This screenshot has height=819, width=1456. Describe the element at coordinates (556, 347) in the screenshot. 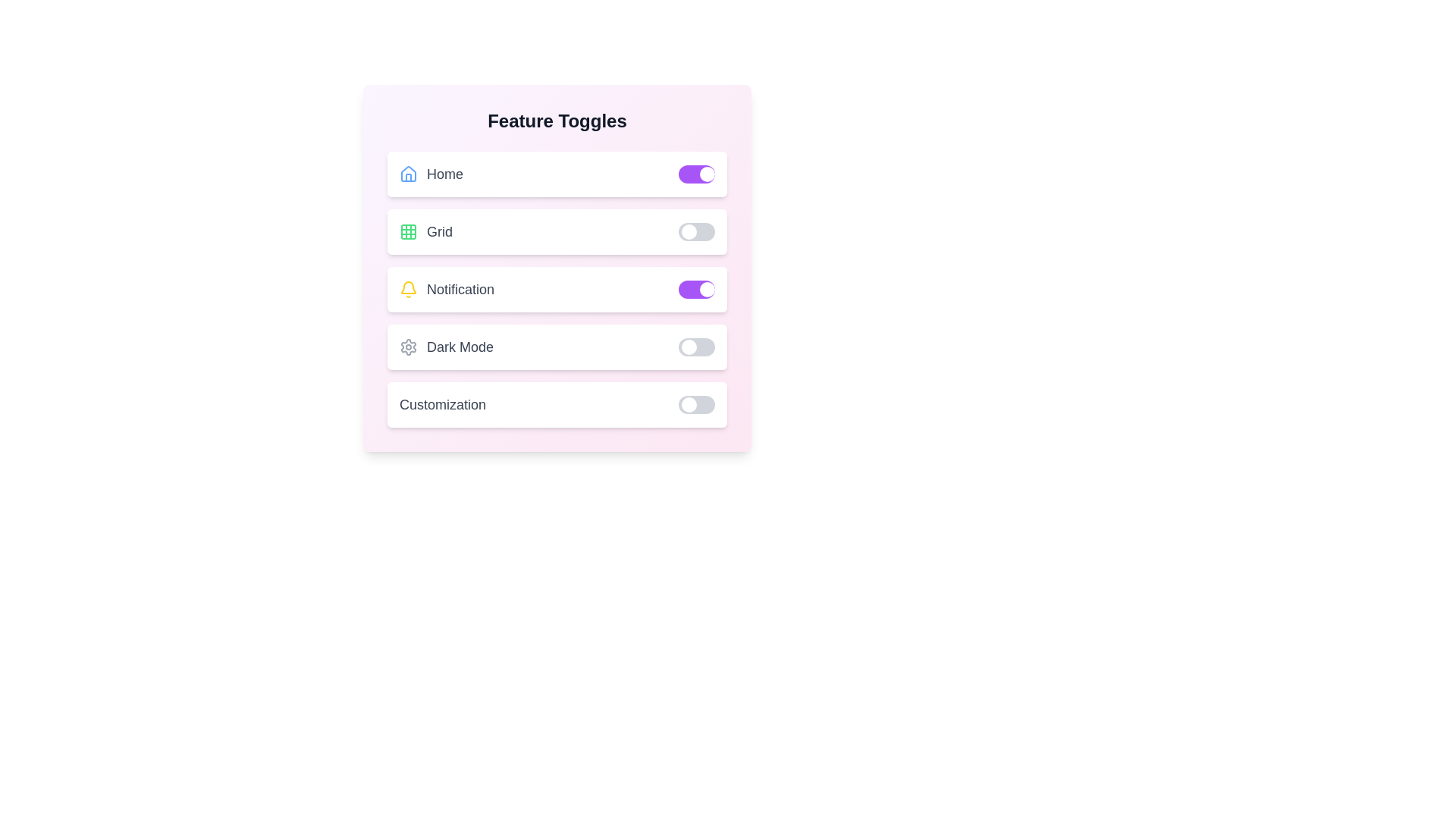

I see `the 'Dark Mode' setting option with toggle, which is the fourth item in the 'Feature Toggles' list` at that location.